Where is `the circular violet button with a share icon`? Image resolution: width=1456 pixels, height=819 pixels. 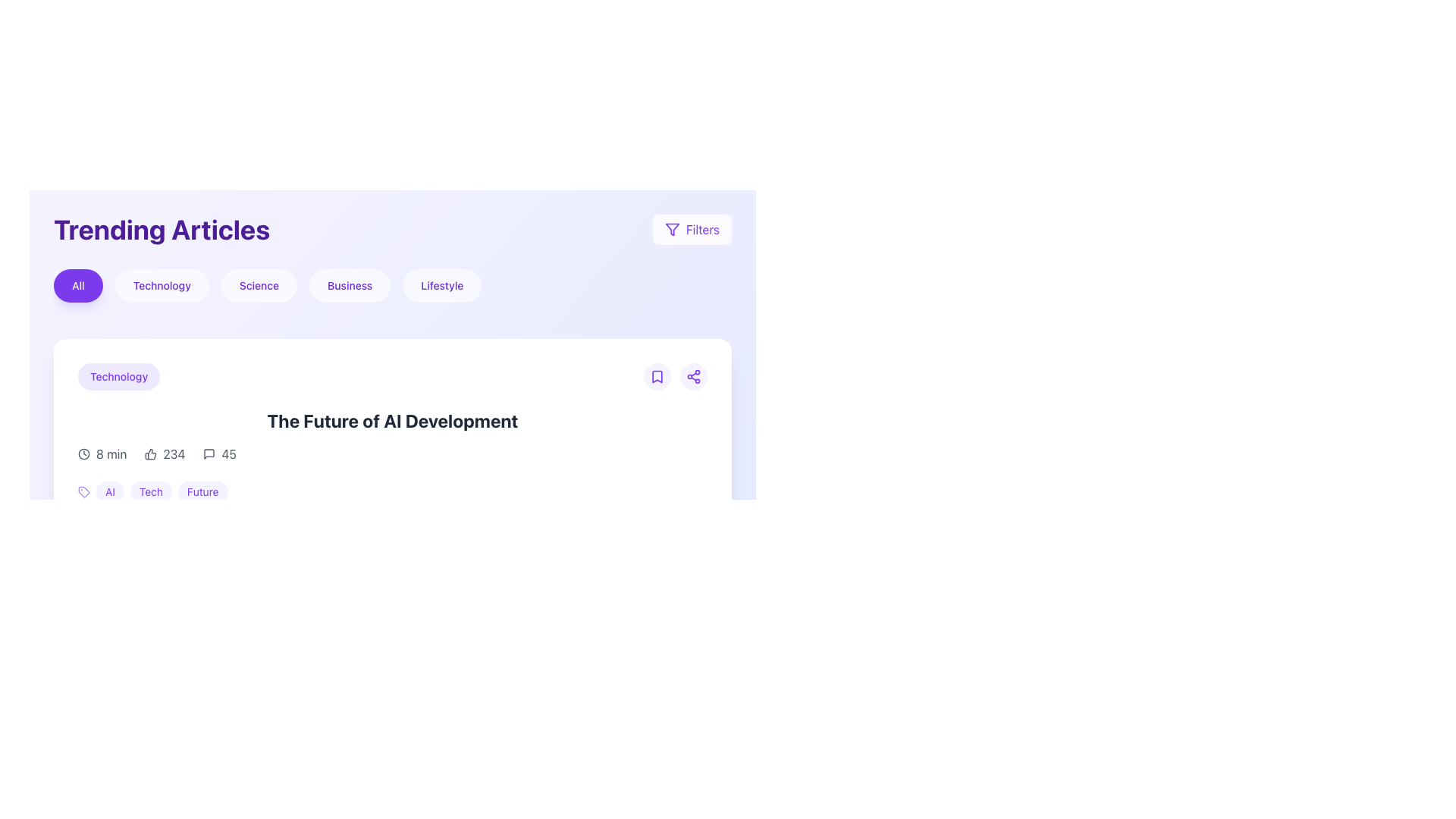
the circular violet button with a share icon is located at coordinates (693, 376).